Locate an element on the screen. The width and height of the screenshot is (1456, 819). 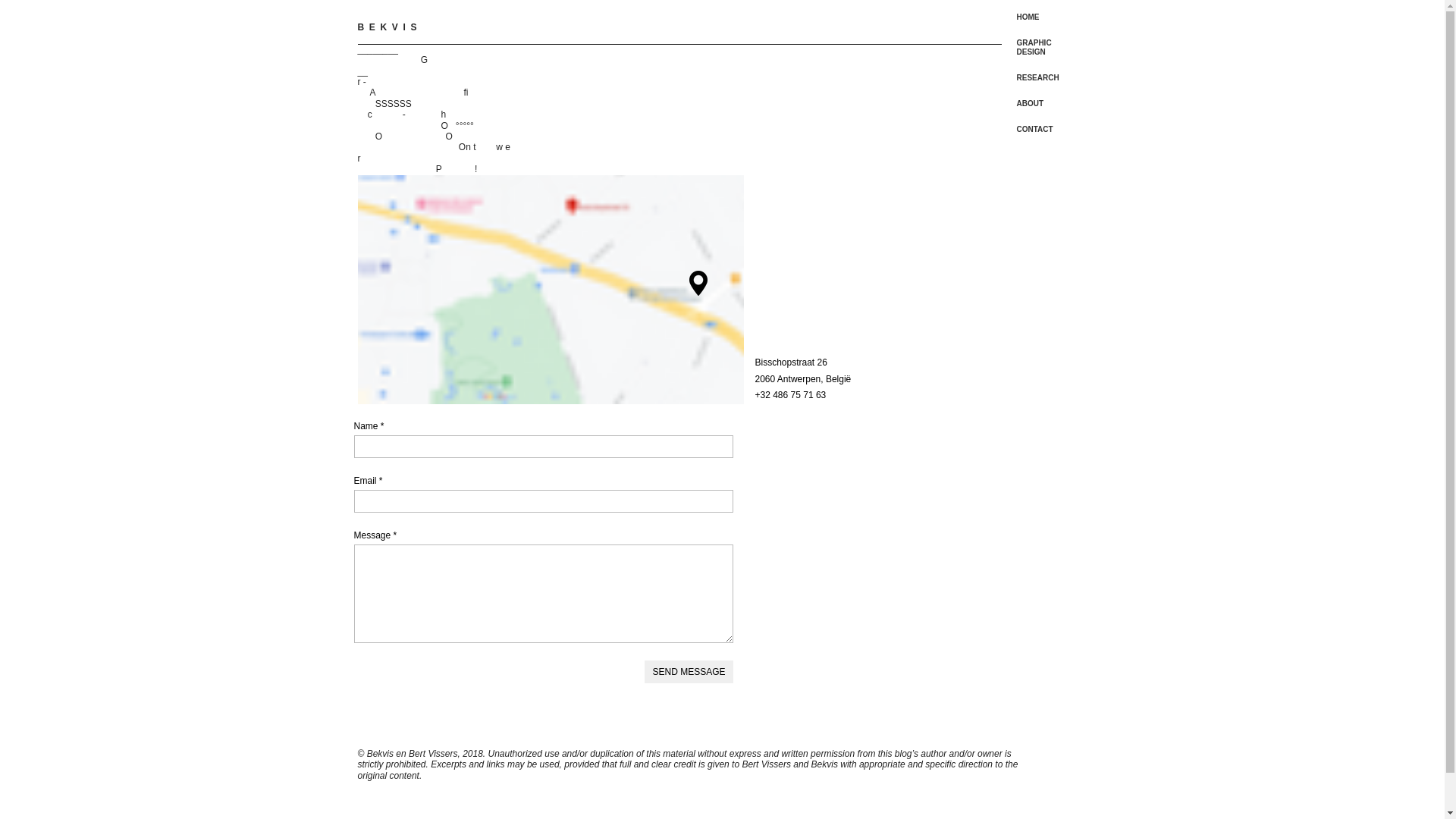
'GRAPHIC DESIGN' is located at coordinates (1037, 46).